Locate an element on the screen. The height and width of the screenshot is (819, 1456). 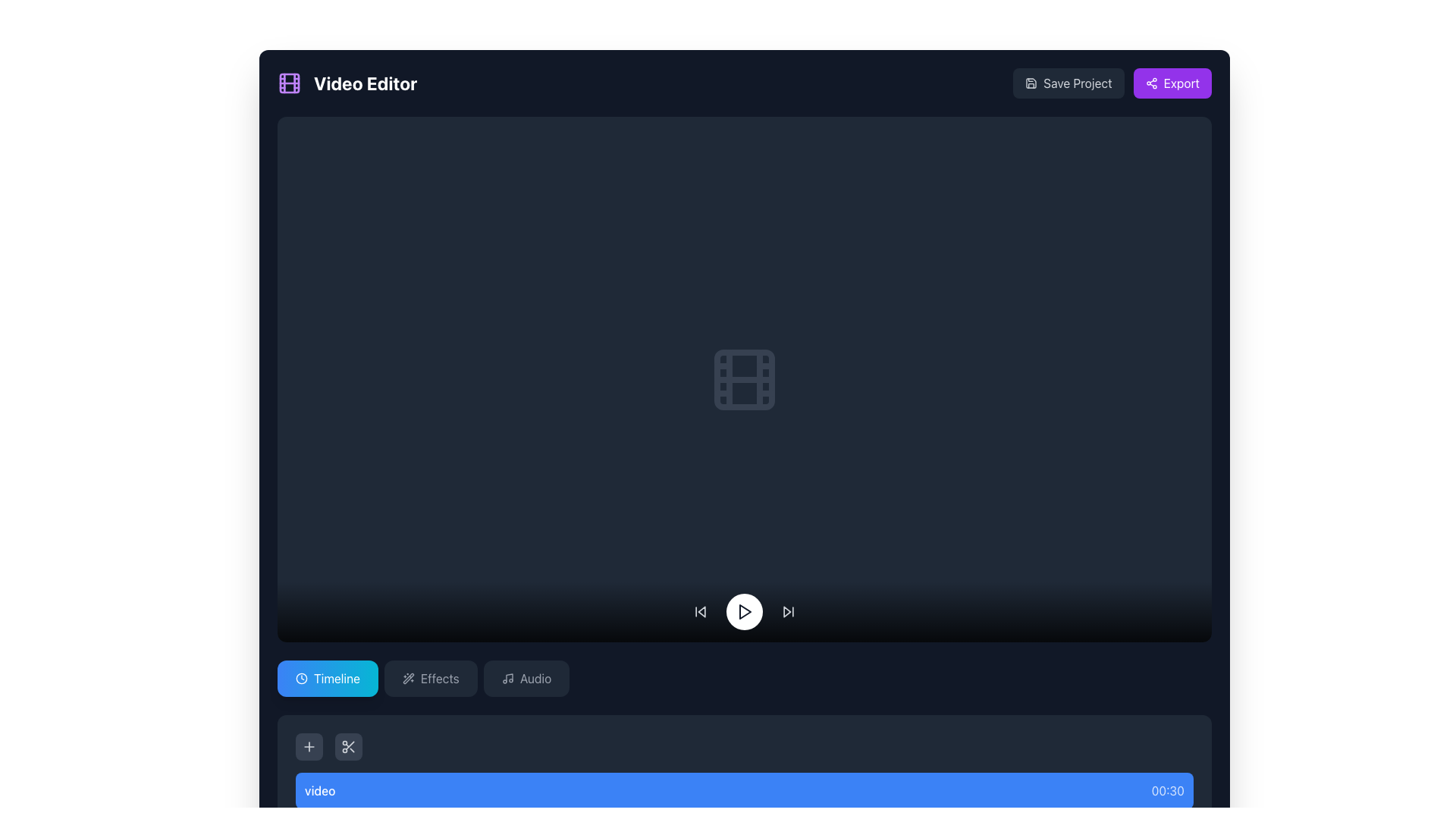
the play button located at the bottom center of the interface is located at coordinates (745, 610).